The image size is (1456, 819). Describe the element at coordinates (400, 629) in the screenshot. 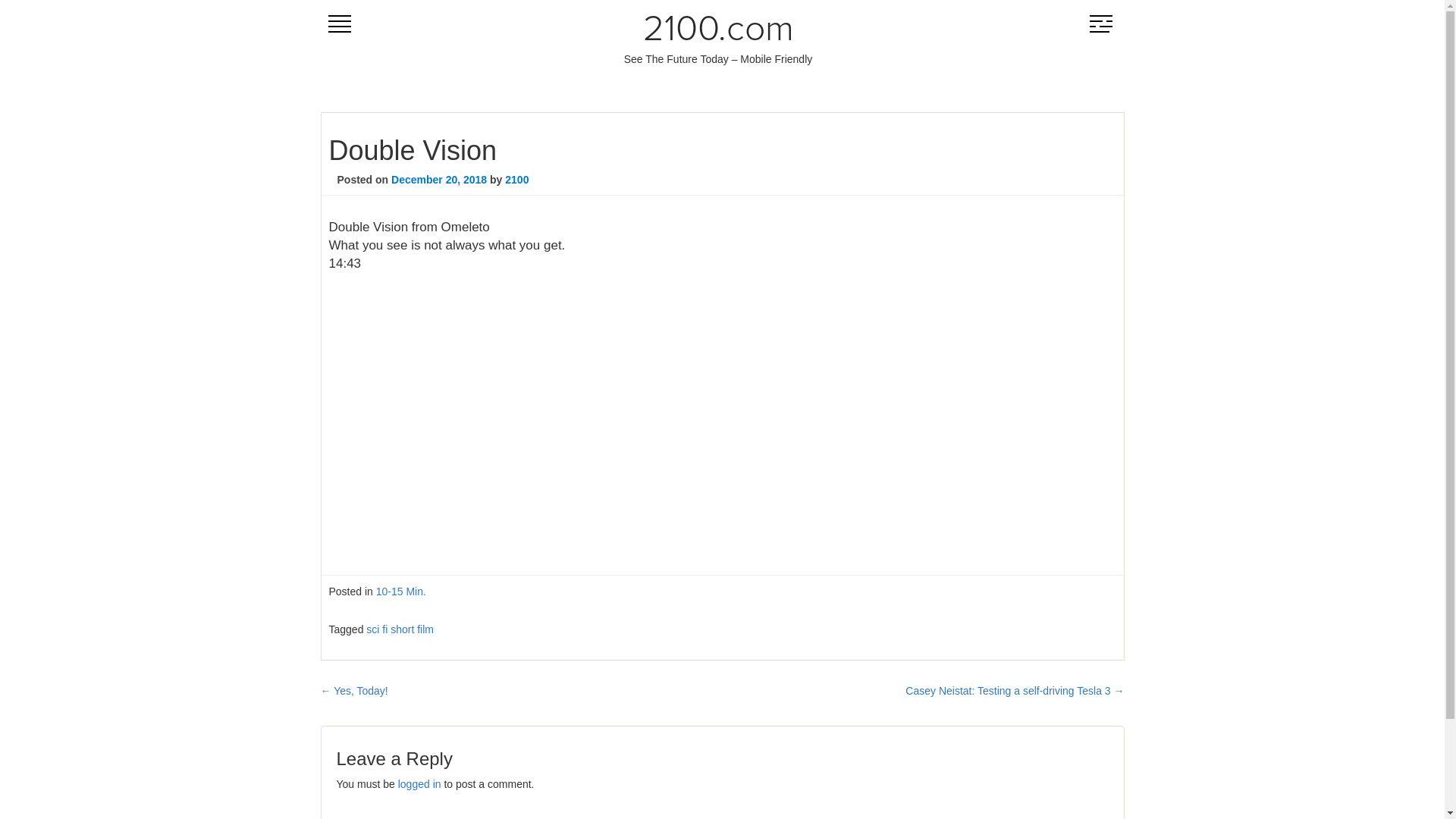

I see `'sci fi short film'` at that location.